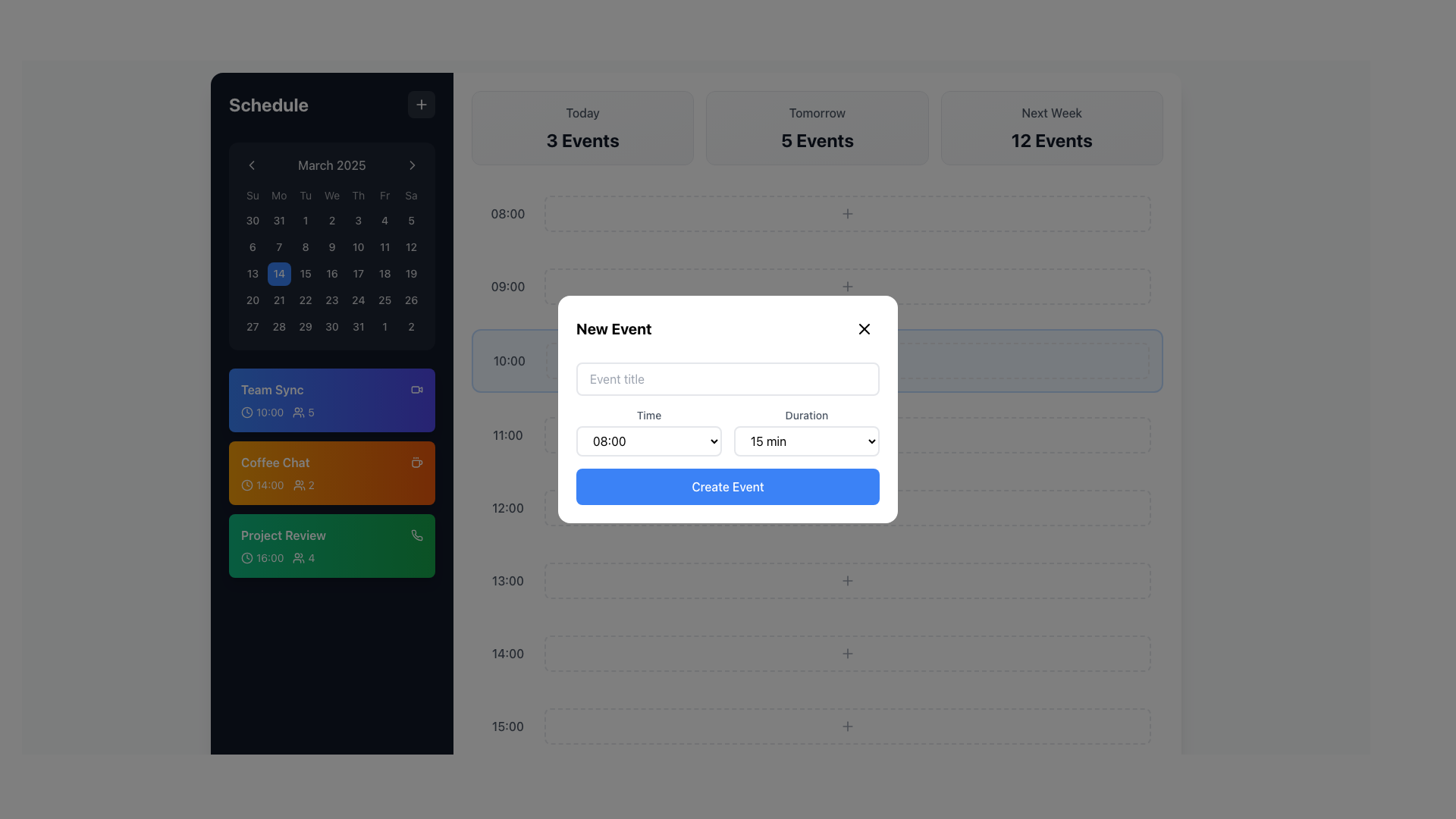  I want to click on the button labeled '2' in the bottom-right corner of the calendar interface, so click(411, 325).